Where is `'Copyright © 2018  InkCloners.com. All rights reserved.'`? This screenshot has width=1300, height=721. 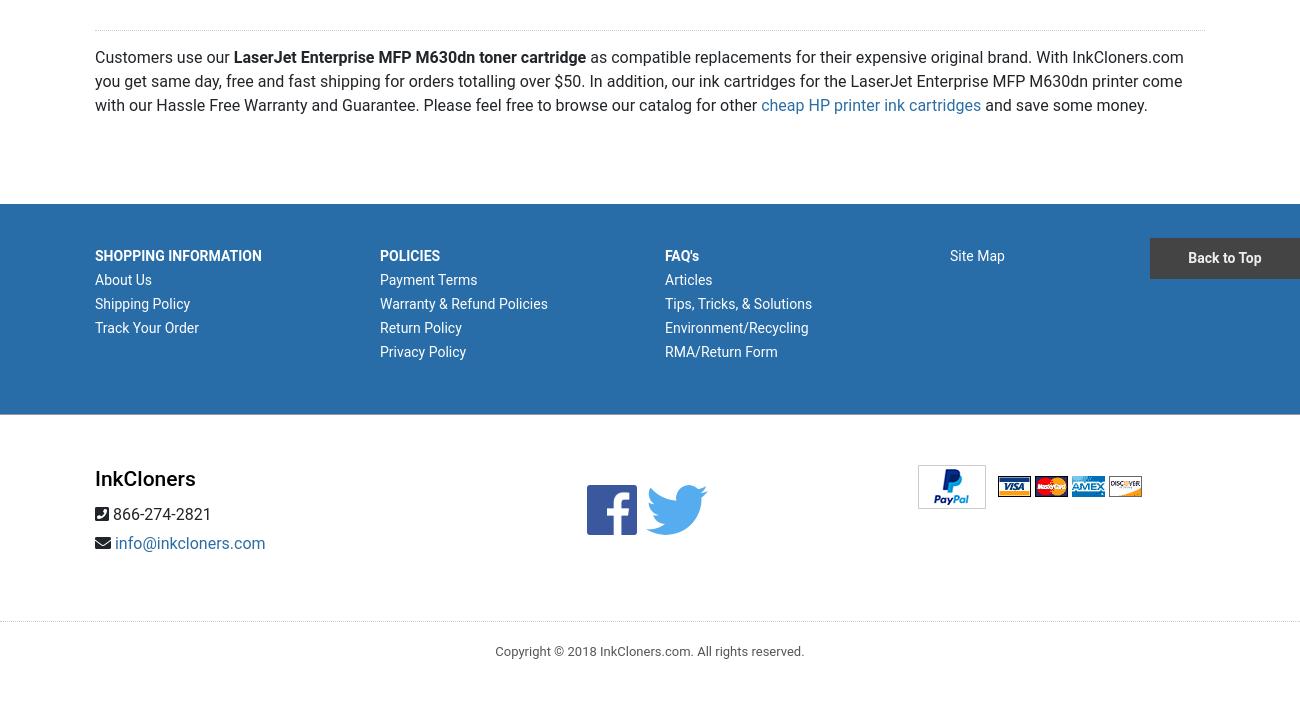 'Copyright © 2018  InkCloners.com. All rights reserved.' is located at coordinates (649, 650).